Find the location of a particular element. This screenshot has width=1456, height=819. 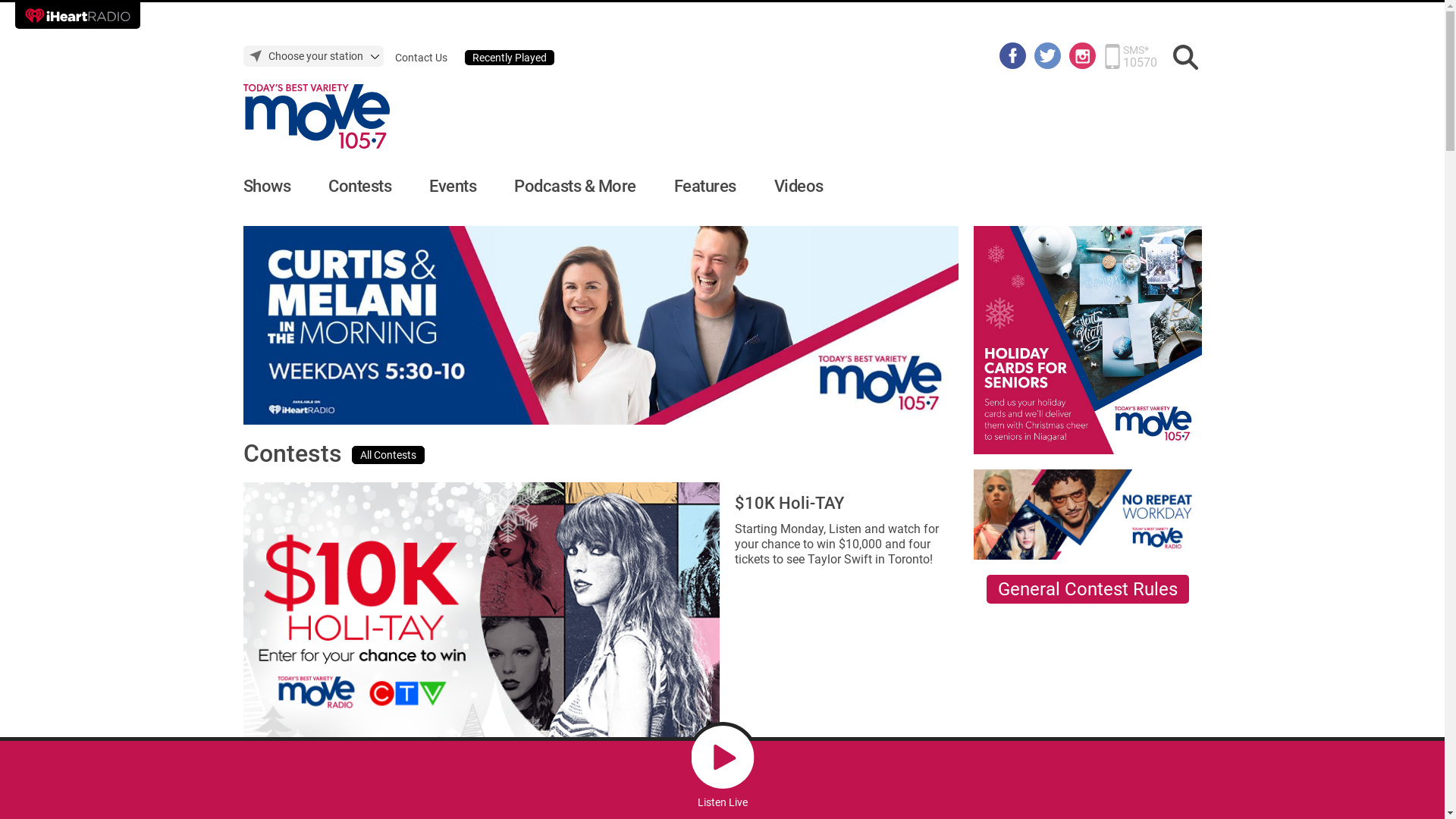

'Choose your station' is located at coordinates (312, 55).